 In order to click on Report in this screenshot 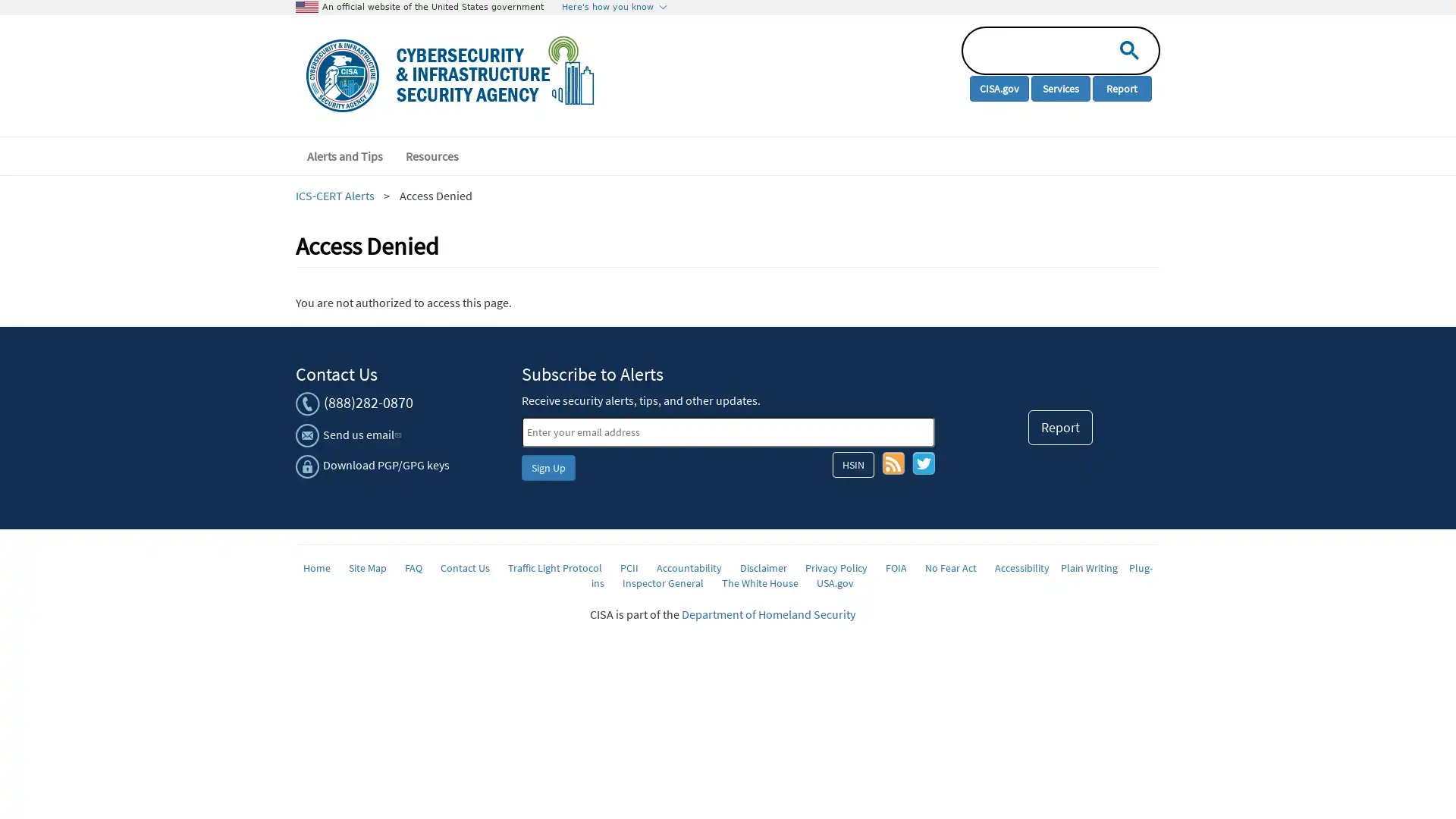, I will do `click(1059, 427)`.